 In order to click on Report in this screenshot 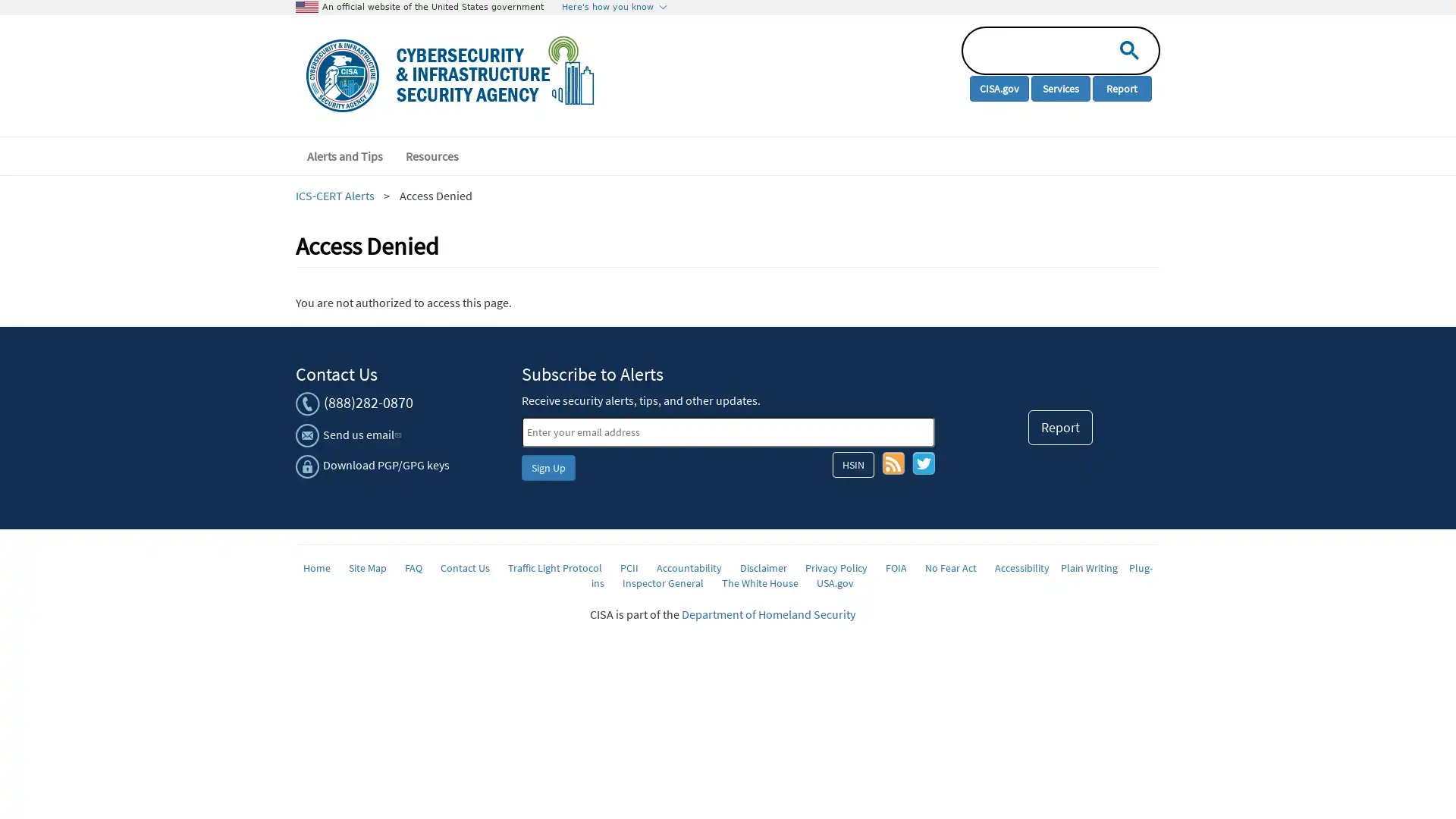, I will do `click(1059, 427)`.